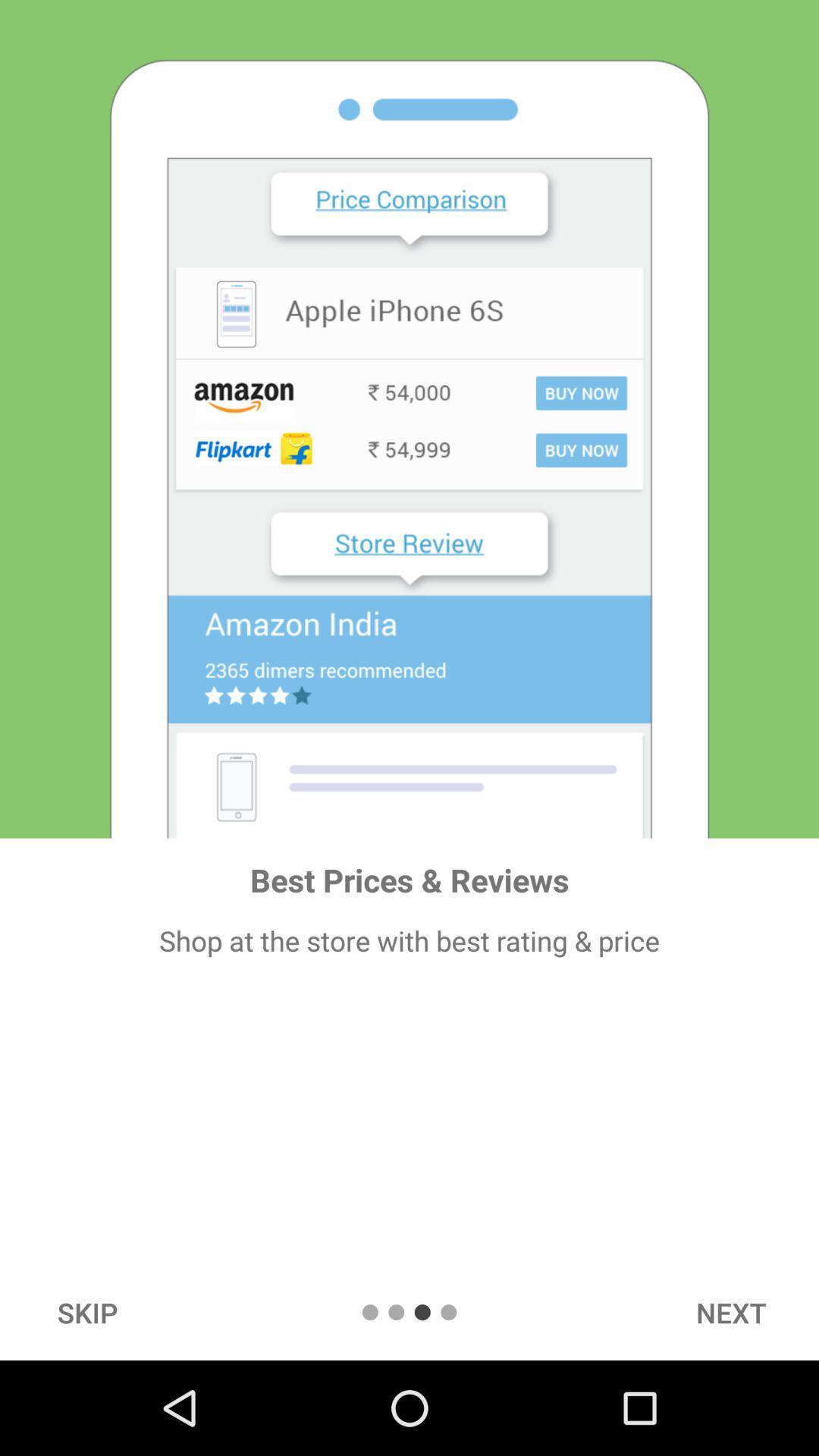 The height and width of the screenshot is (1456, 819). Describe the element at coordinates (87, 1312) in the screenshot. I see `icon at the bottom left corner` at that location.